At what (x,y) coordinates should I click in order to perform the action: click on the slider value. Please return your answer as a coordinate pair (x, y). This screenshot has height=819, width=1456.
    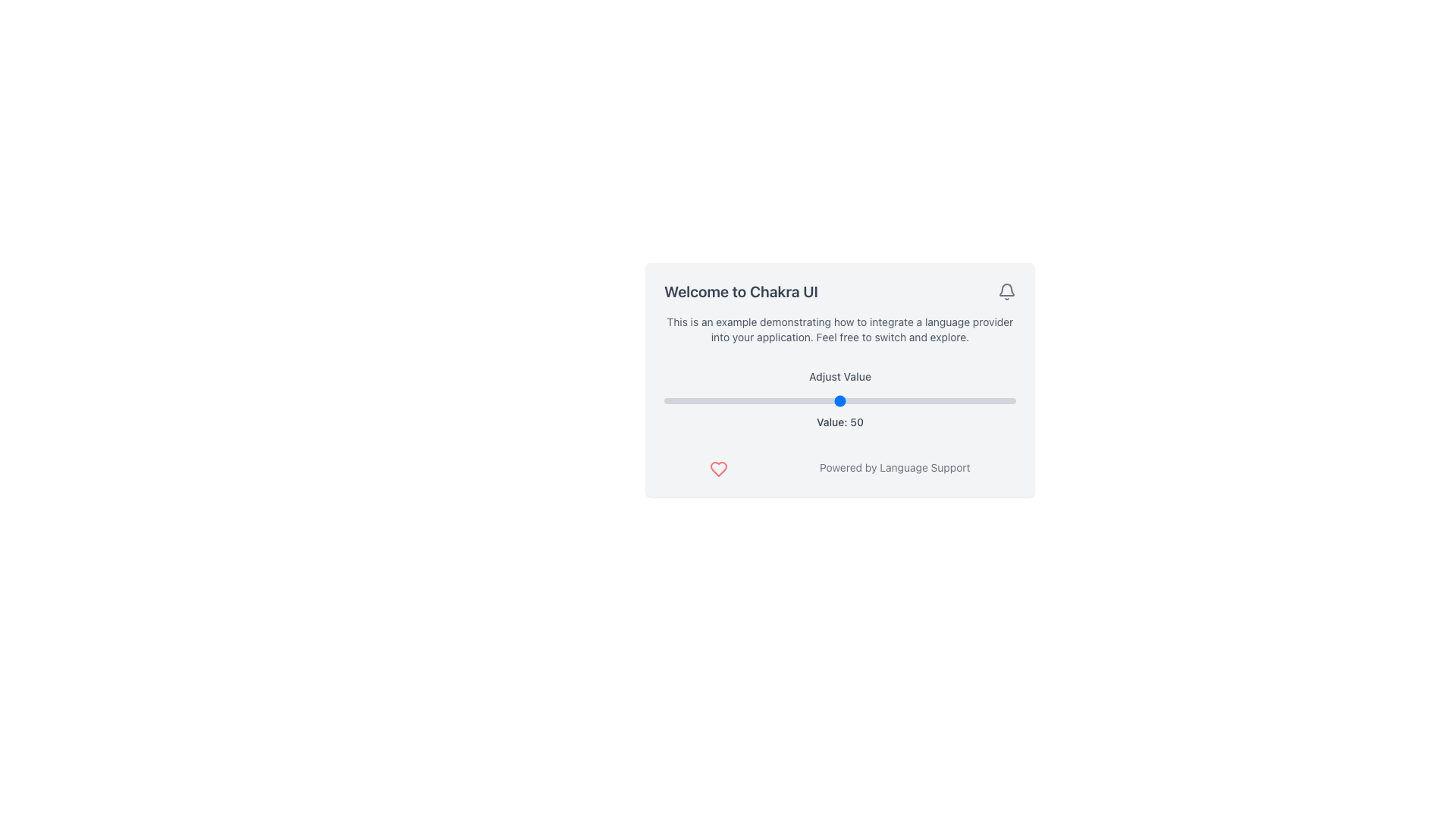
    Looking at the image, I should click on (770, 400).